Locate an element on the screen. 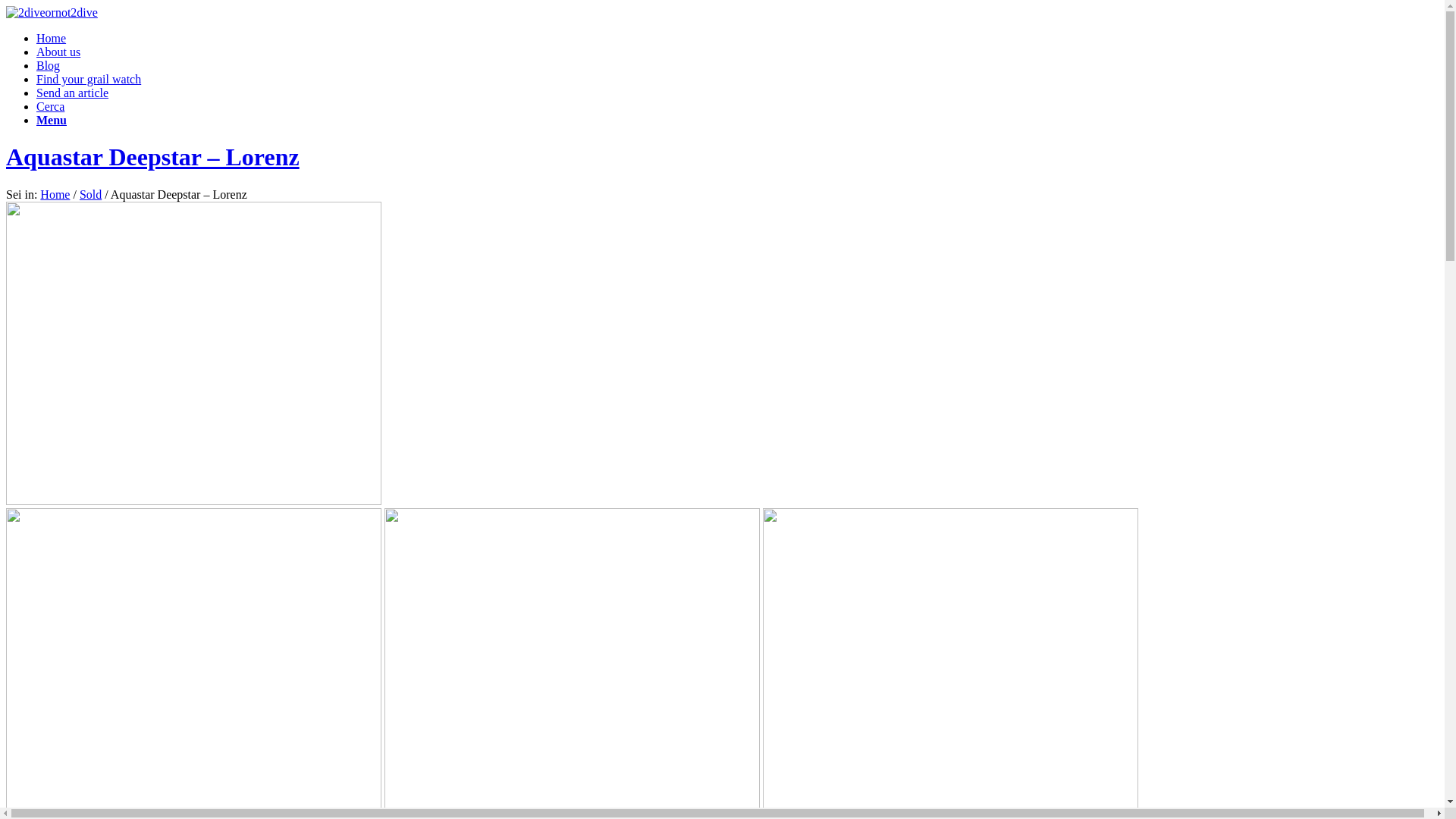  '20190625_145811' is located at coordinates (193, 659).